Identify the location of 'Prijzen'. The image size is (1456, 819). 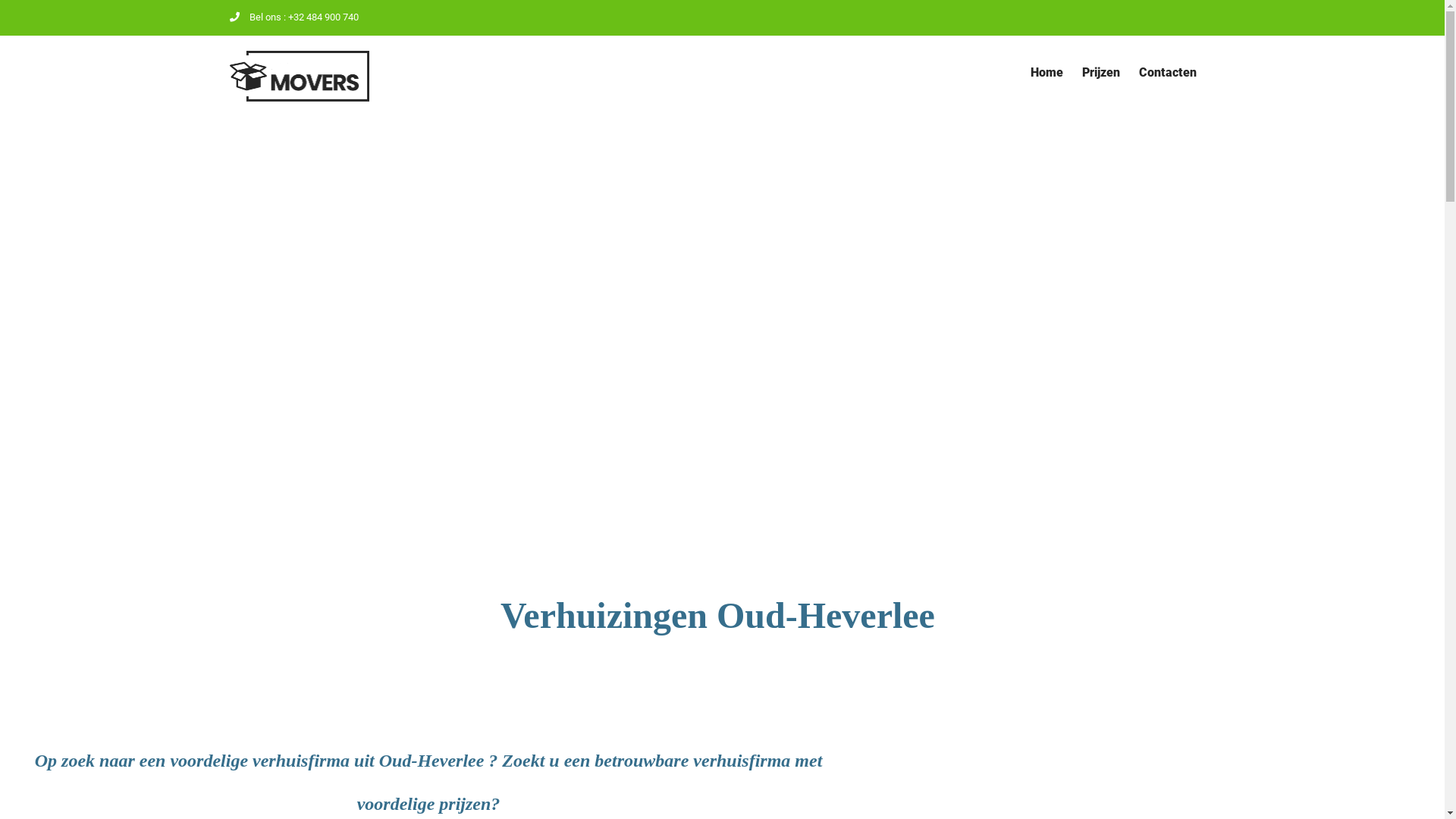
(1100, 72).